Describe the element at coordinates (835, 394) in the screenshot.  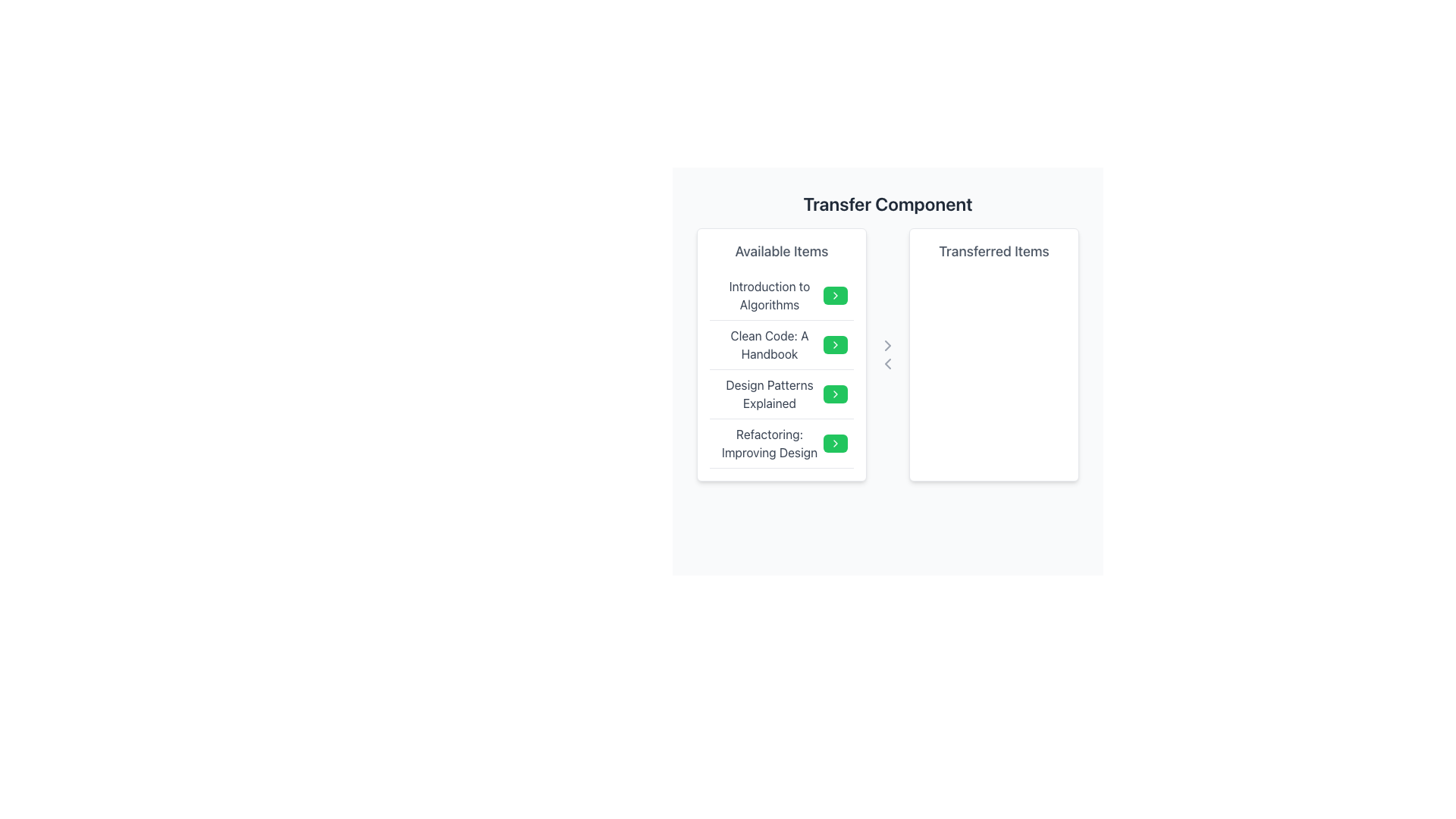
I see `the icon located to the right of the 'Design Patterns Explained' button in the 'Available Items' panel` at that location.